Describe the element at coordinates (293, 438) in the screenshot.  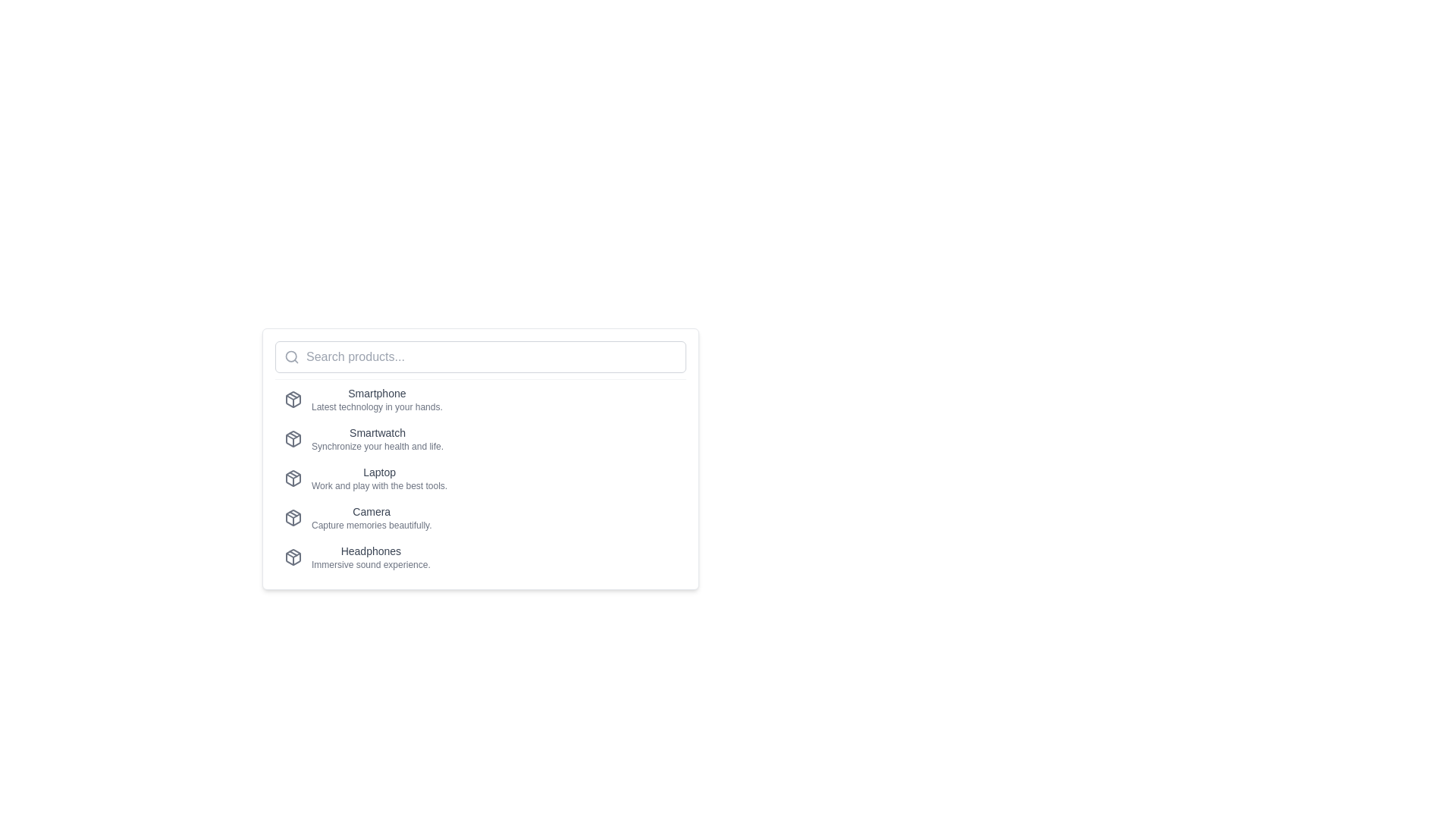
I see `the appearance of the SVG icon that represents the category of the second list item labeled 'Smartwatch', located to the left of it` at that location.